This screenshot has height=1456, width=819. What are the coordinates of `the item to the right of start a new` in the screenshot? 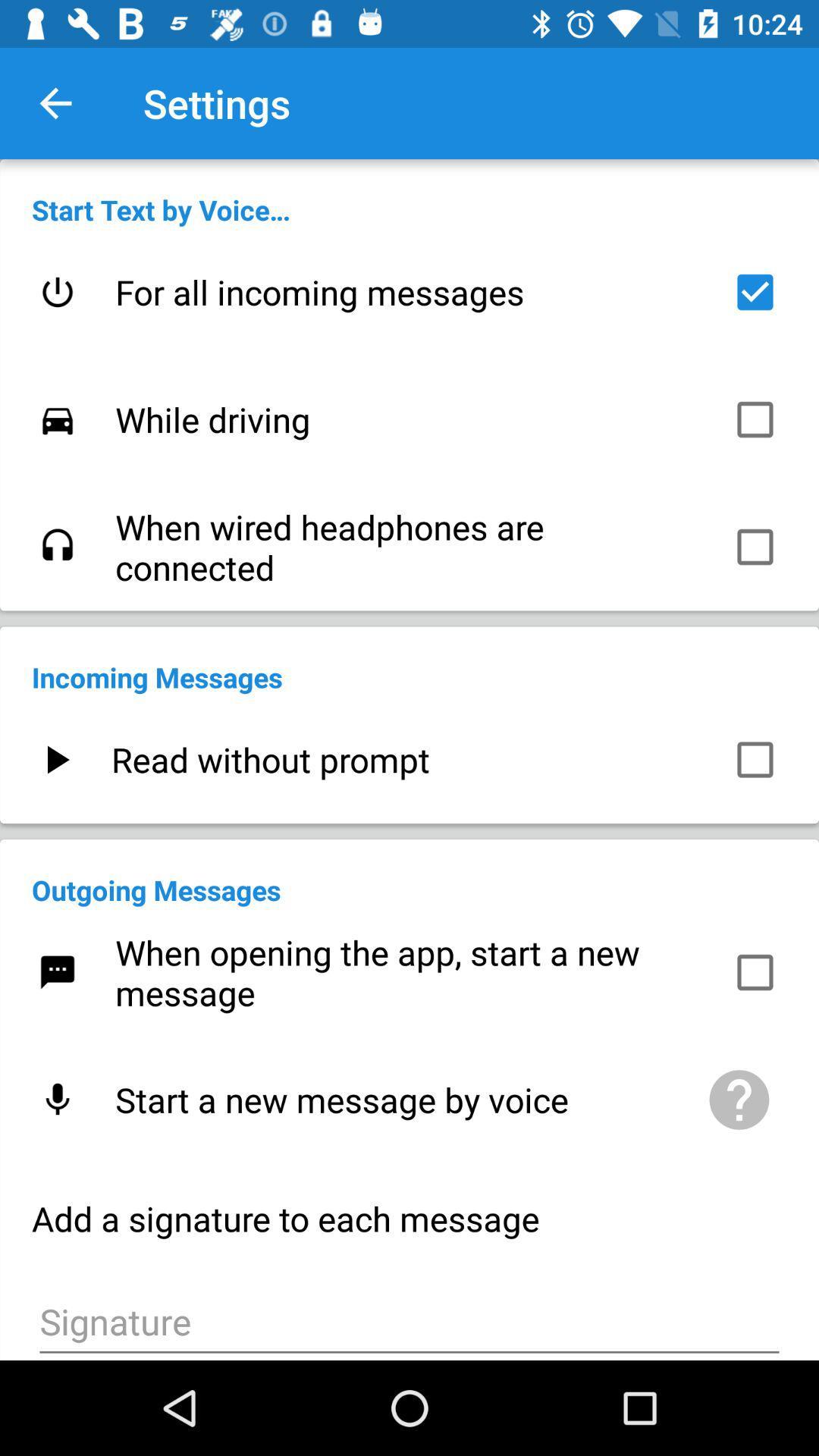 It's located at (739, 1100).